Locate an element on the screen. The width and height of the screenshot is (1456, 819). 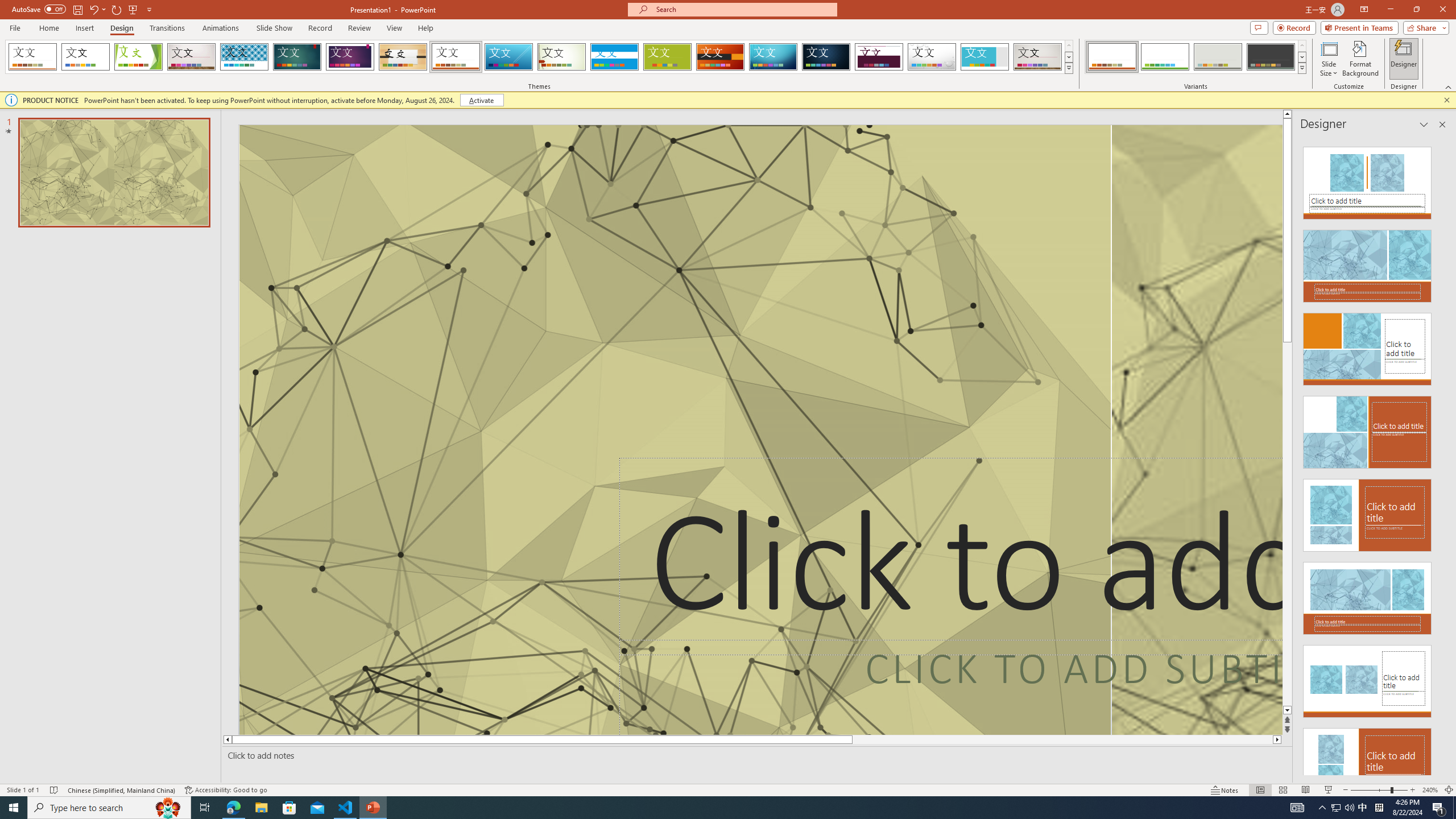
'Ion' is located at coordinates (296, 56).